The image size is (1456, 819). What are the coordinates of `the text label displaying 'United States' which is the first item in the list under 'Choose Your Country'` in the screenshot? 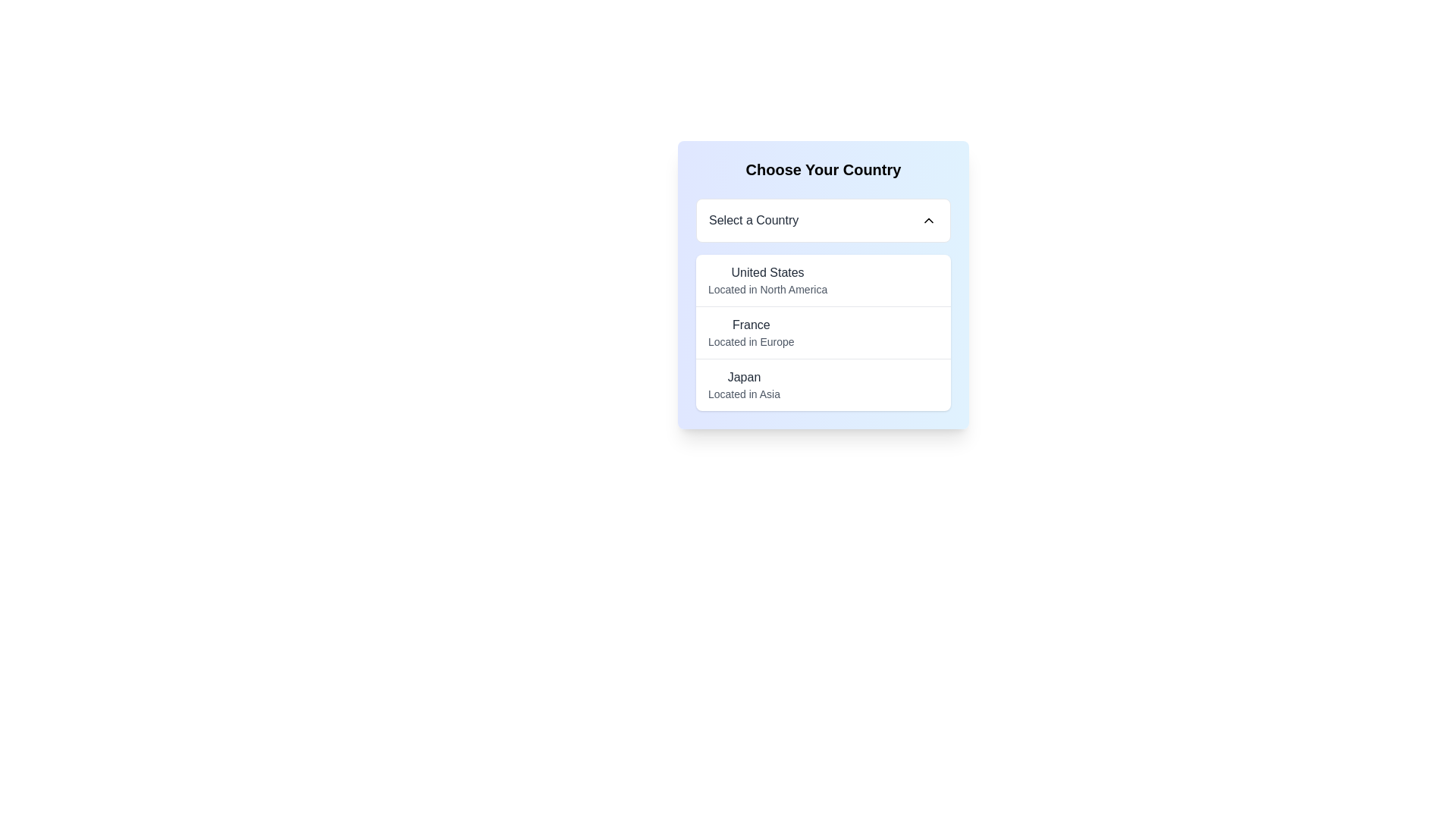 It's located at (767, 271).